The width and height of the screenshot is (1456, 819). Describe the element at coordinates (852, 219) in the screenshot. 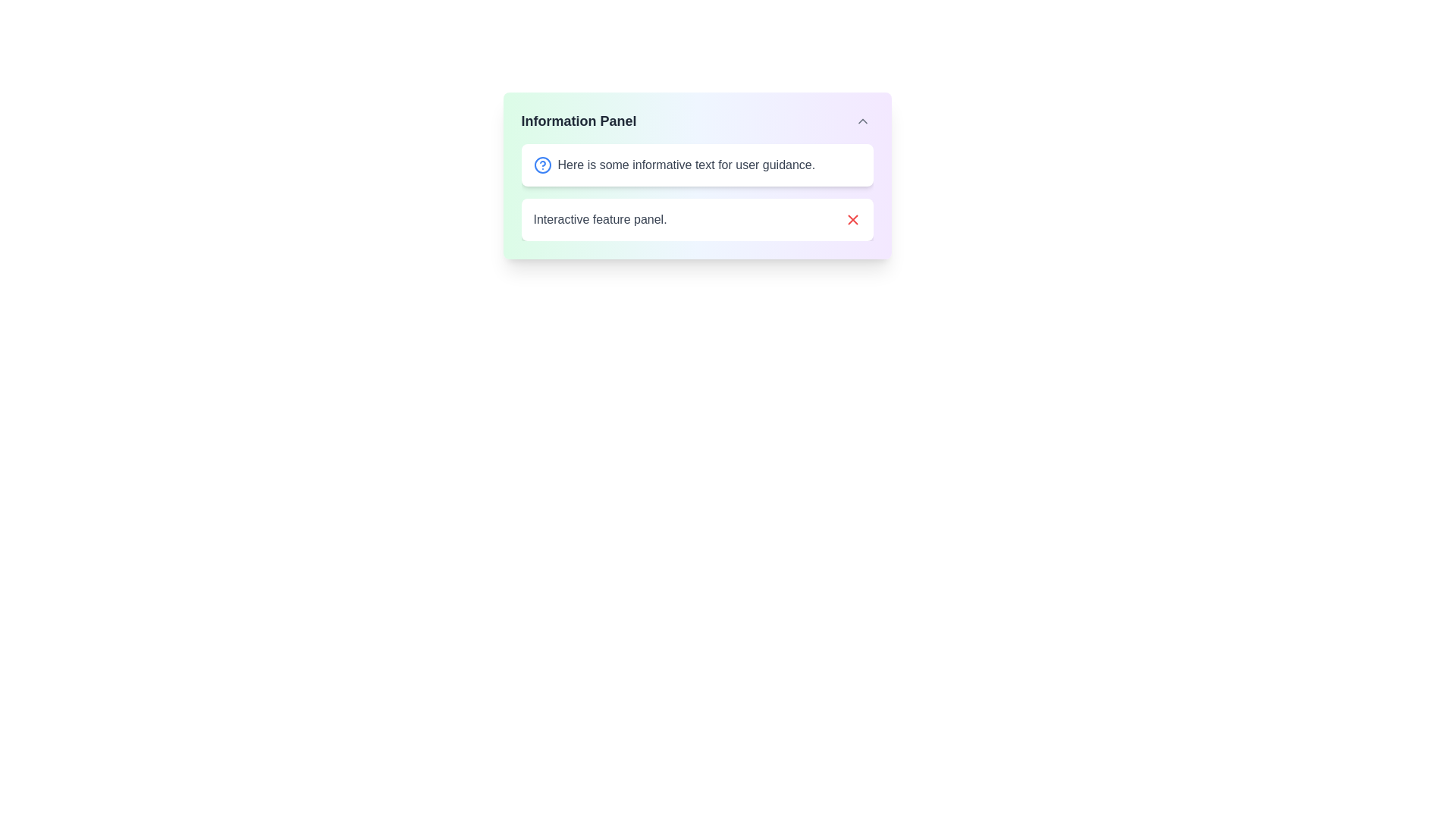

I see `the close/cancel icon button located to the right of the 'Interactive feature panel' text label` at that location.